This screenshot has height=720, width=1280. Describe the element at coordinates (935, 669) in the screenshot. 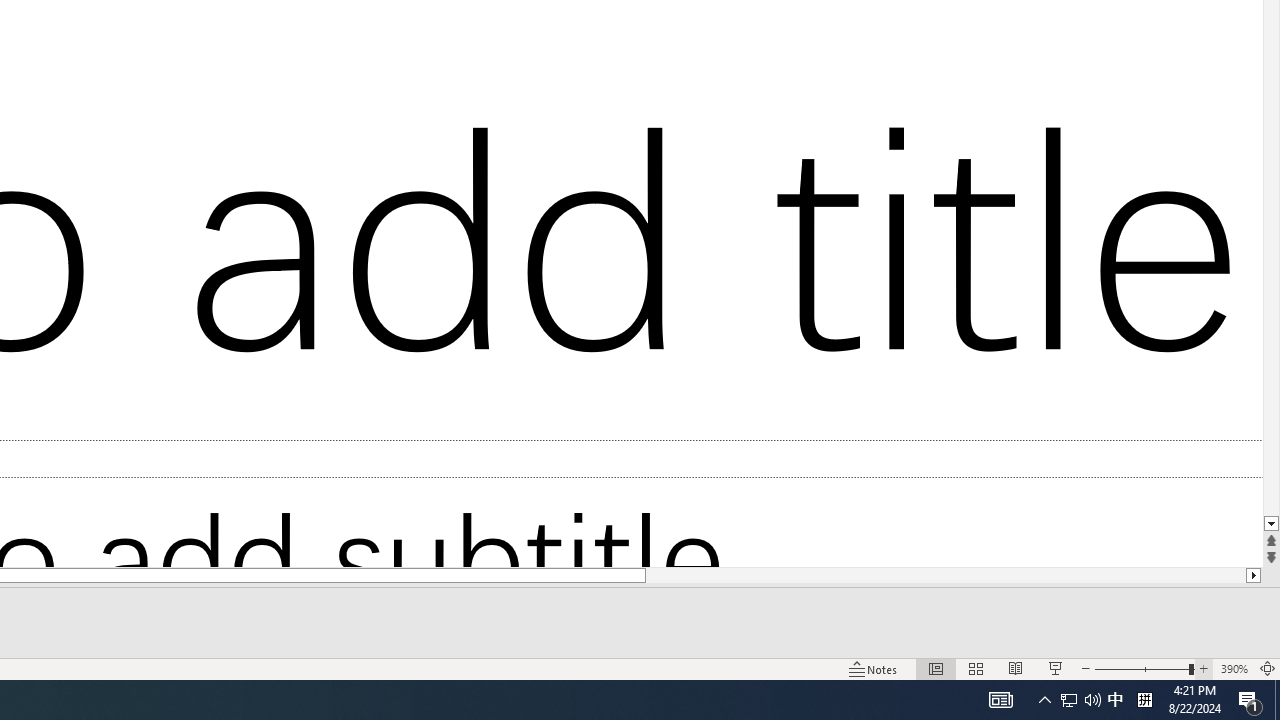

I see `'Normal'` at that location.